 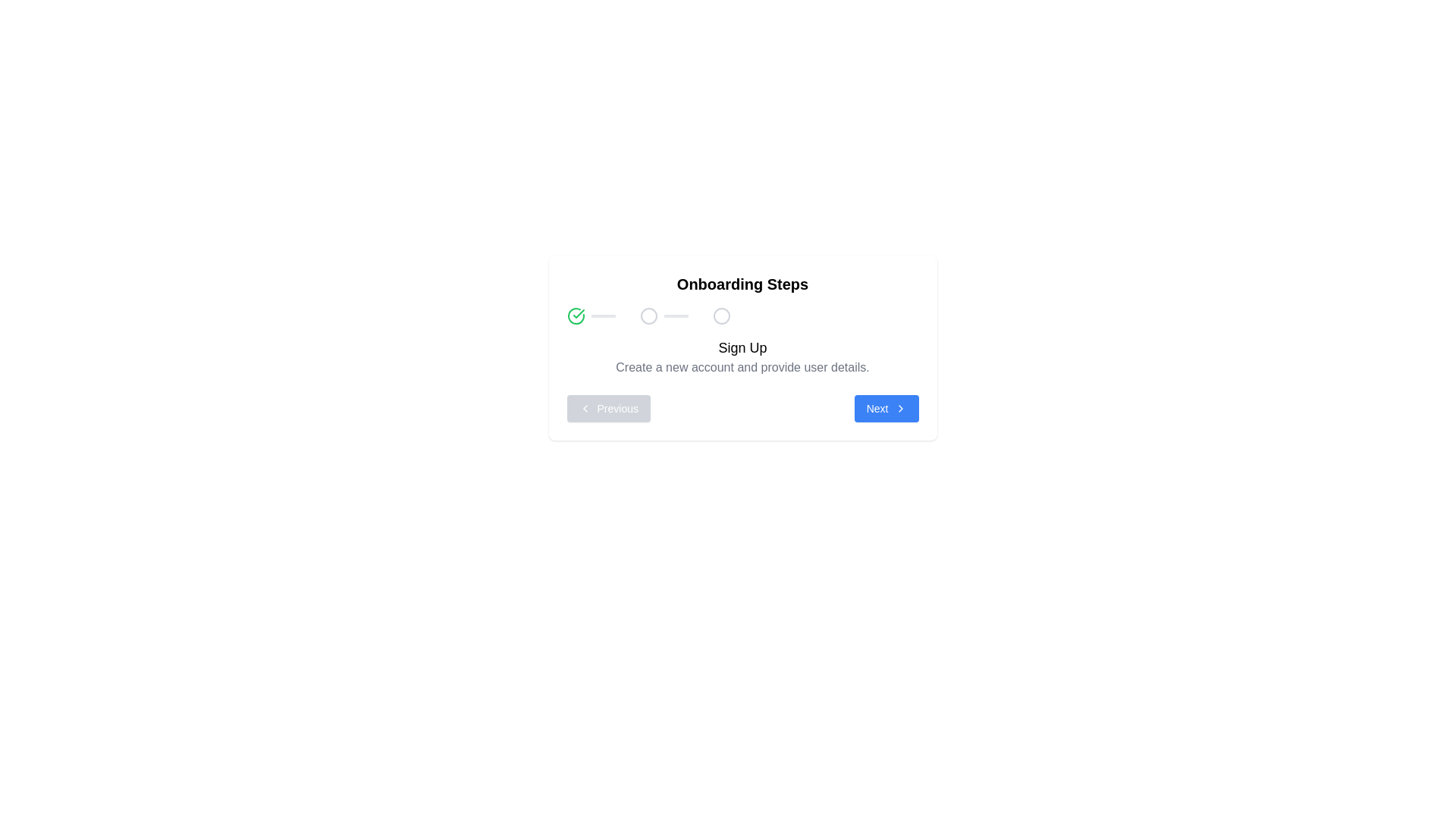 I want to click on the second circular step indicator in the onboarding progress bar, which is an outlined ring with no fill, located below the 'Onboarding Steps' text, so click(x=648, y=315).